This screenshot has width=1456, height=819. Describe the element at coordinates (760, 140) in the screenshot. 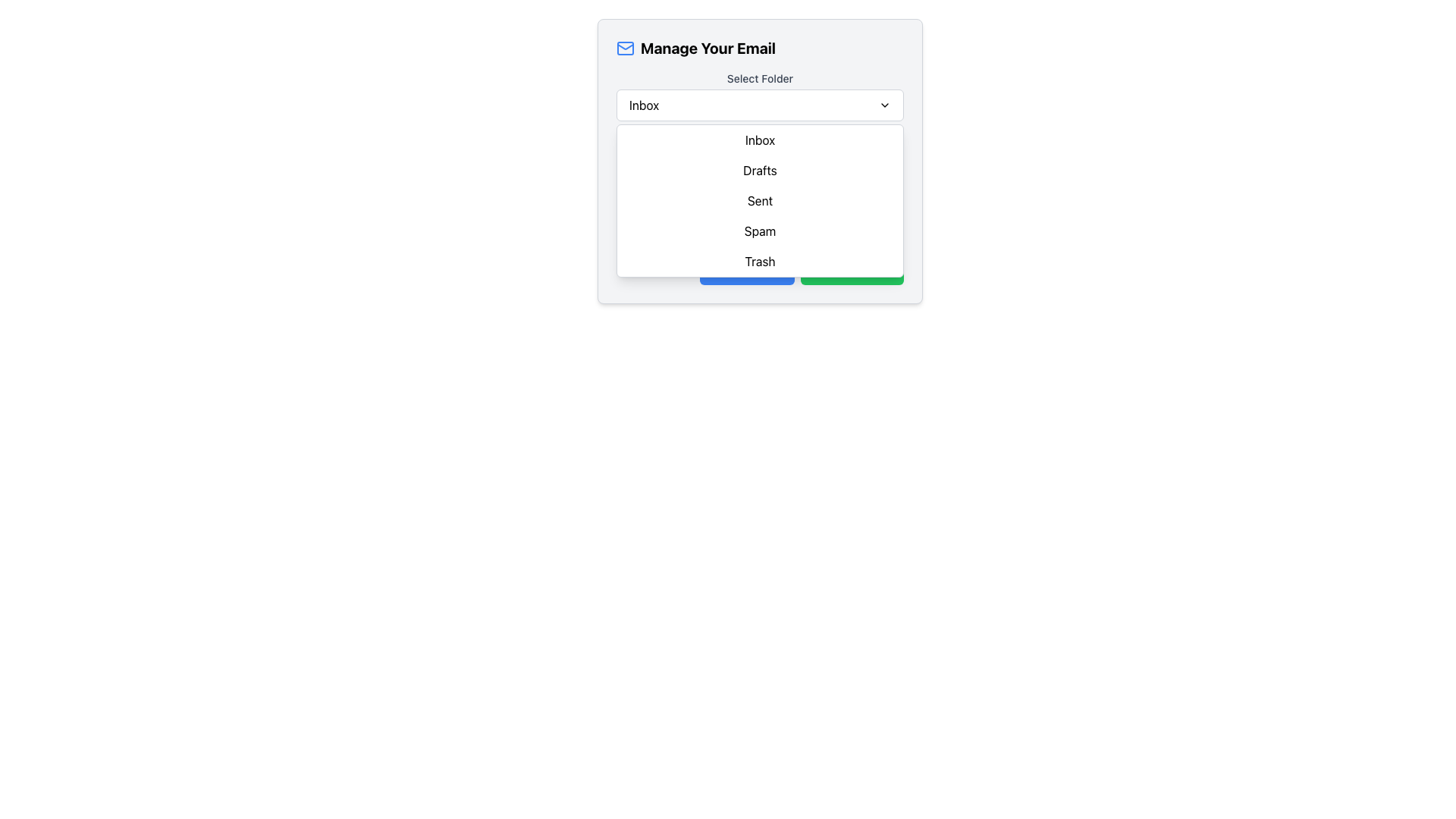

I see `the Text Label that serves as an instruction for the email input area, located at the top of the box above the textarea` at that location.